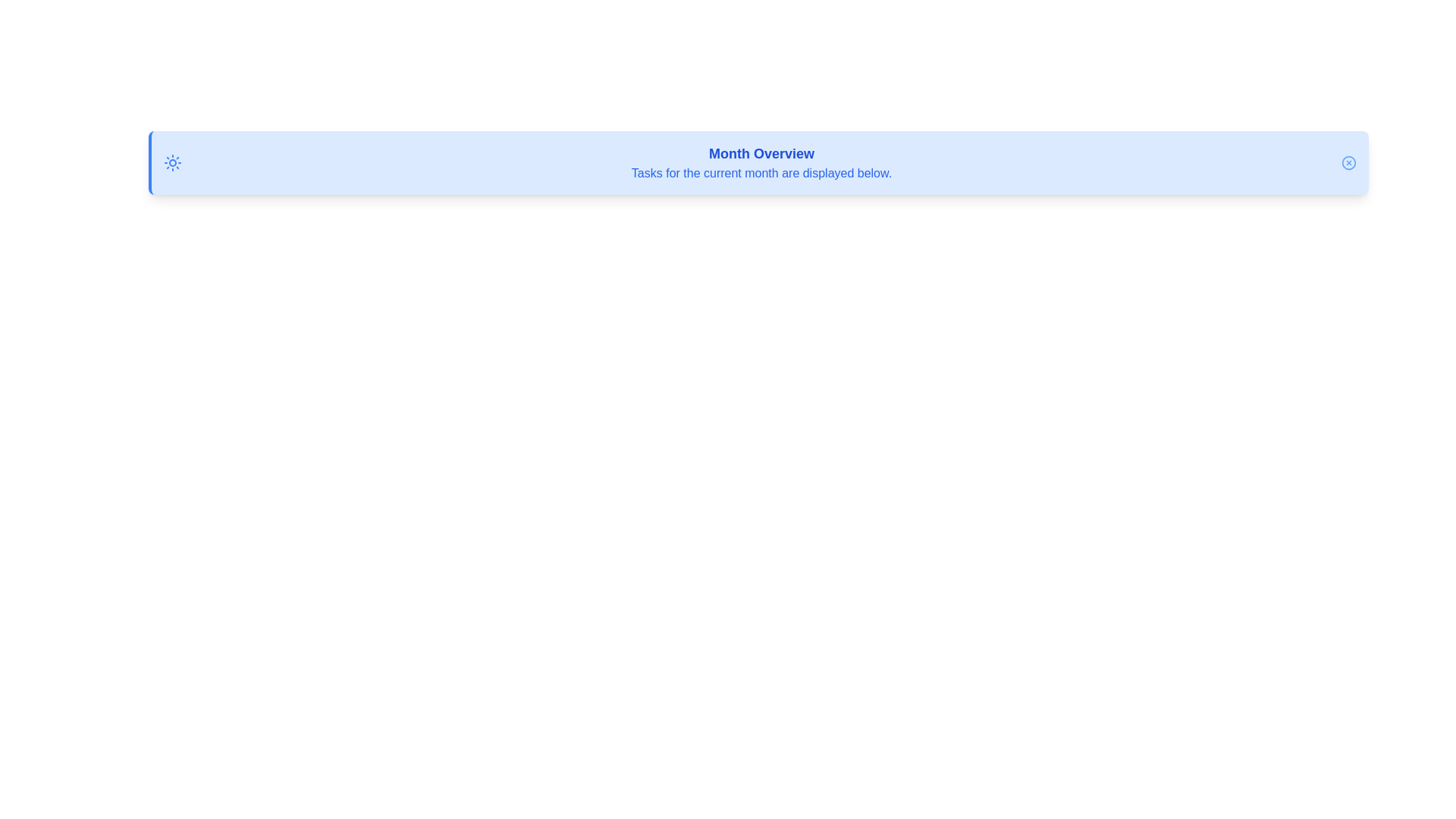 This screenshot has width=1456, height=819. I want to click on the alert title text and copy it to the clipboard, so click(193, 143).